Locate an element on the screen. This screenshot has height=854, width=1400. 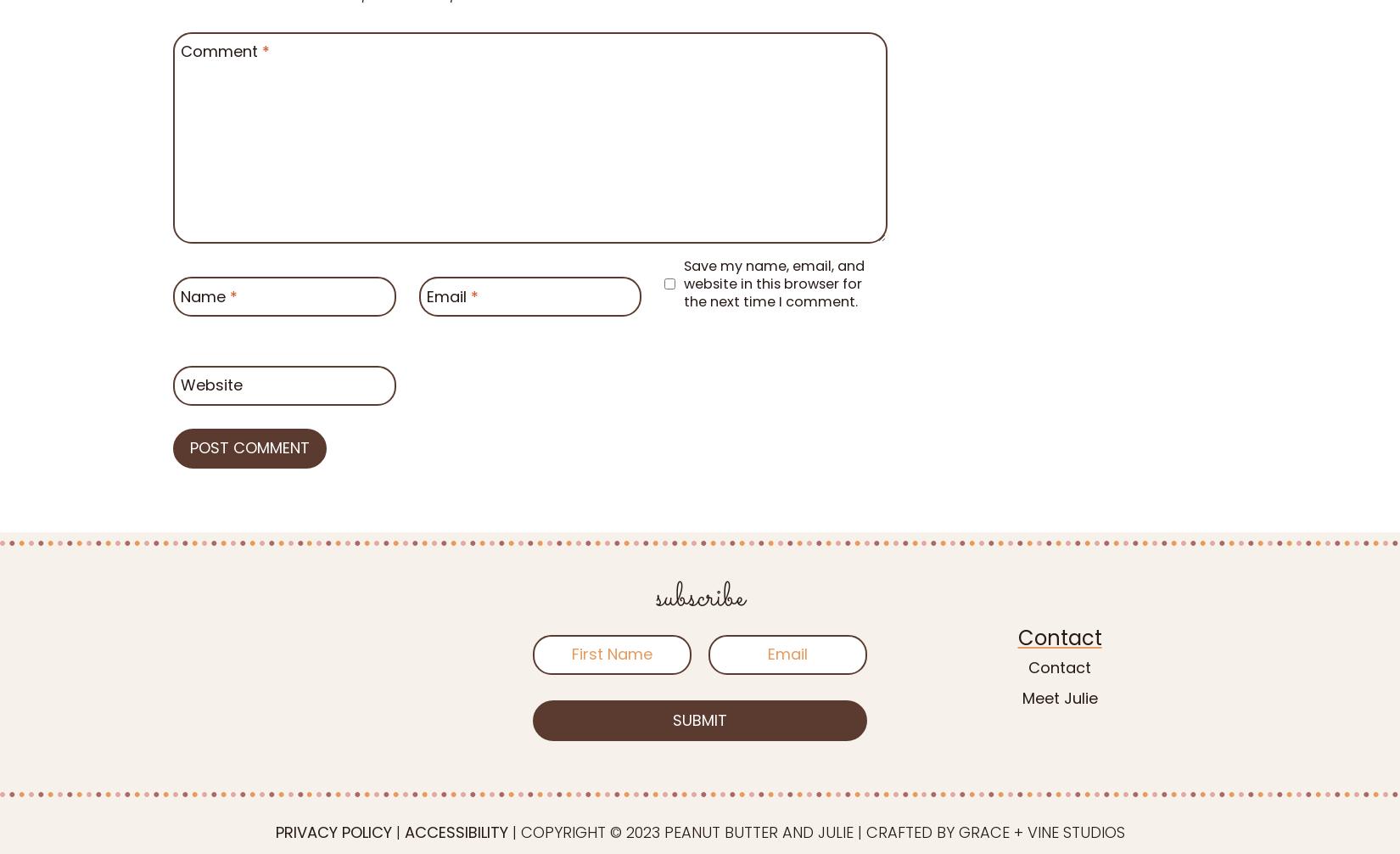
'| Copyright © 2023 Peanut Butter and Julie | Crafted by Grace + Vine Studios' is located at coordinates (506, 830).